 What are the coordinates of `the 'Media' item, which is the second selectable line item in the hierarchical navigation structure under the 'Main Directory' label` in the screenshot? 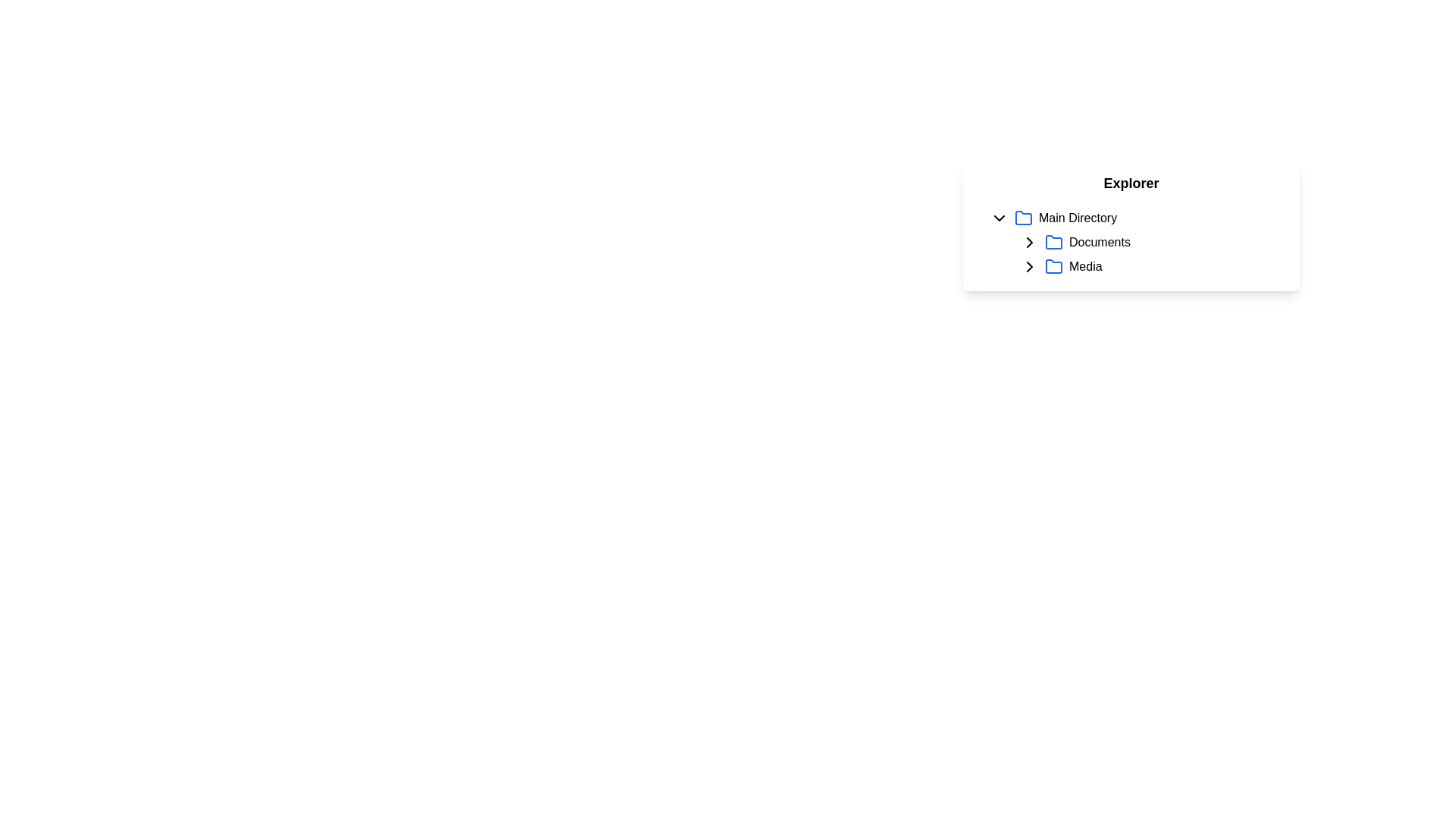 It's located at (1147, 253).